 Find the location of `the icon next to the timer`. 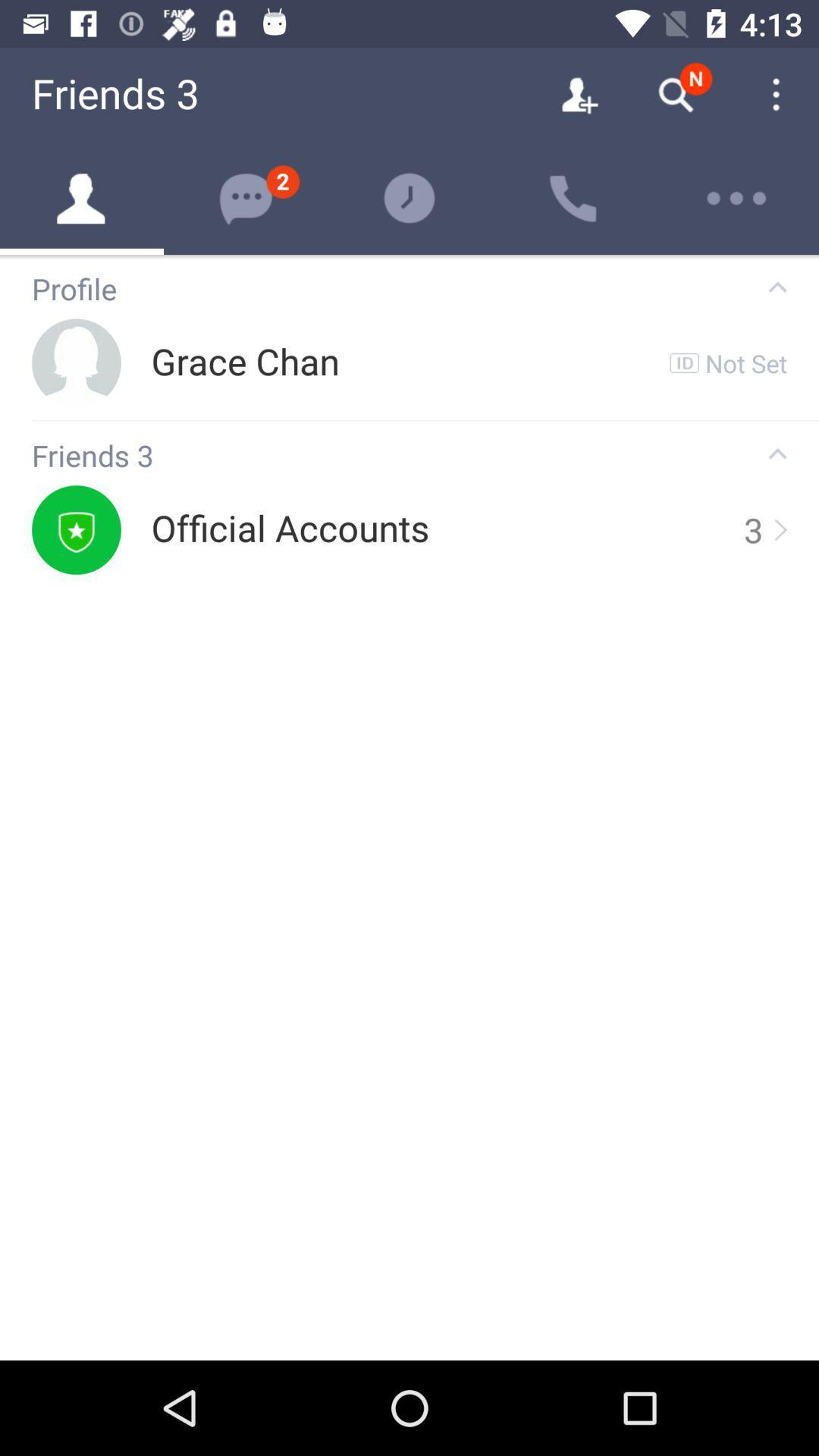

the icon next to the timer is located at coordinates (573, 198).